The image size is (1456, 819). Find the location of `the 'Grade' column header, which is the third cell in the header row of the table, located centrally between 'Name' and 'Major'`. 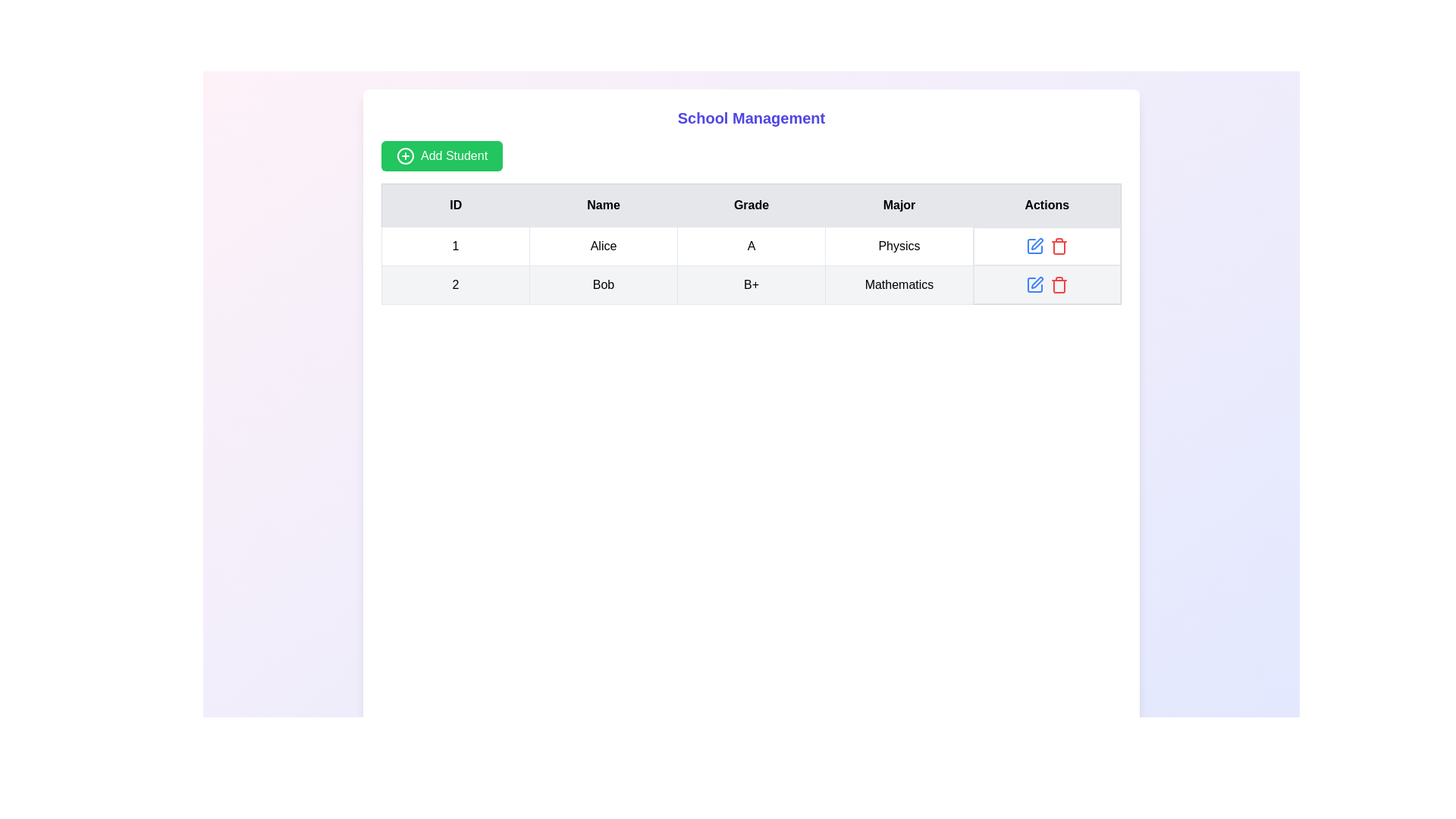

the 'Grade' column header, which is the third cell in the header row of the table, located centrally between 'Name' and 'Major' is located at coordinates (751, 205).